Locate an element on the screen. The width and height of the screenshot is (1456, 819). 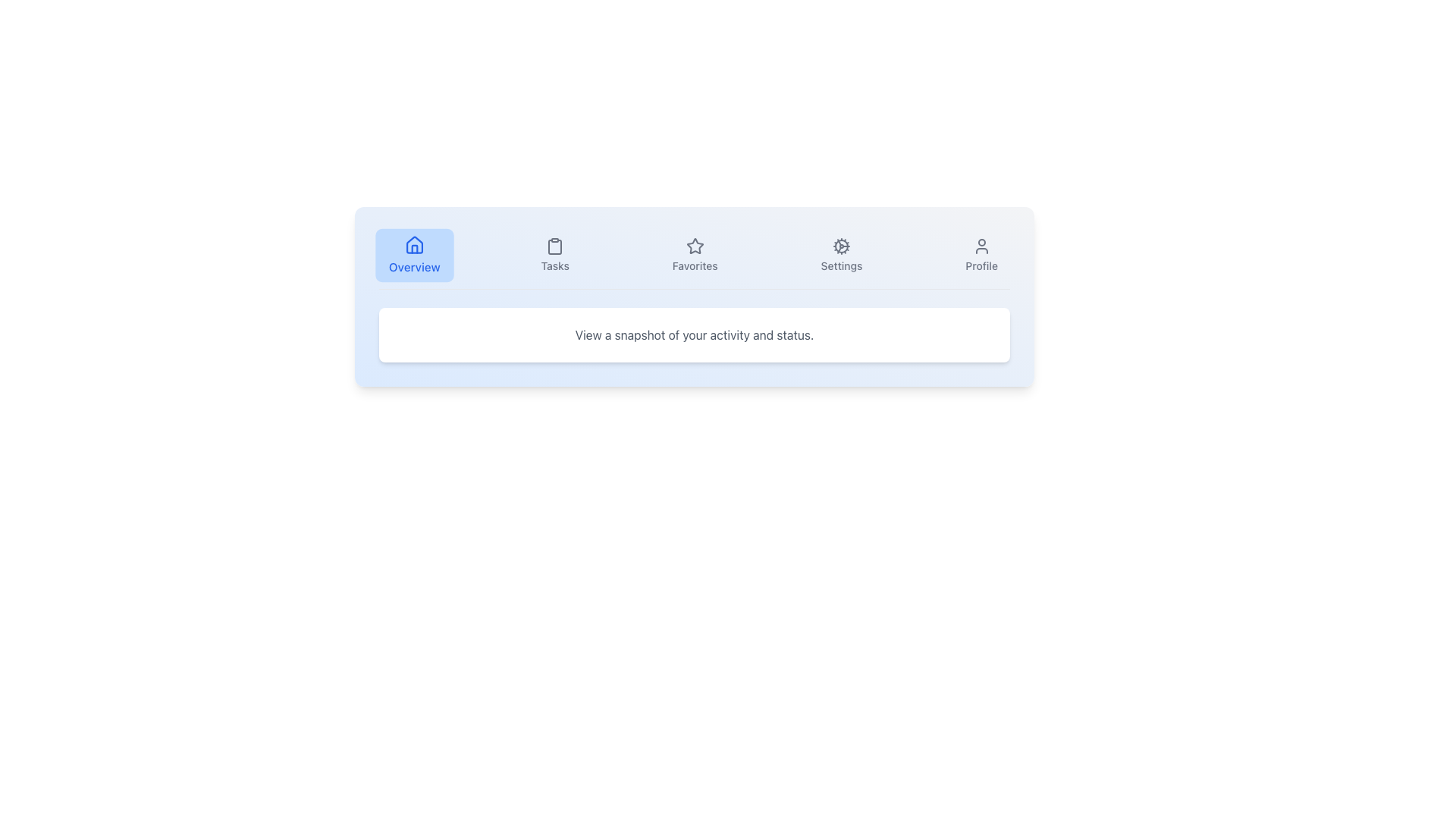
the navigation button with an icon and text for accessing the 'Favorites' section, located in the top-center horizontal navigation bar is located at coordinates (694, 254).